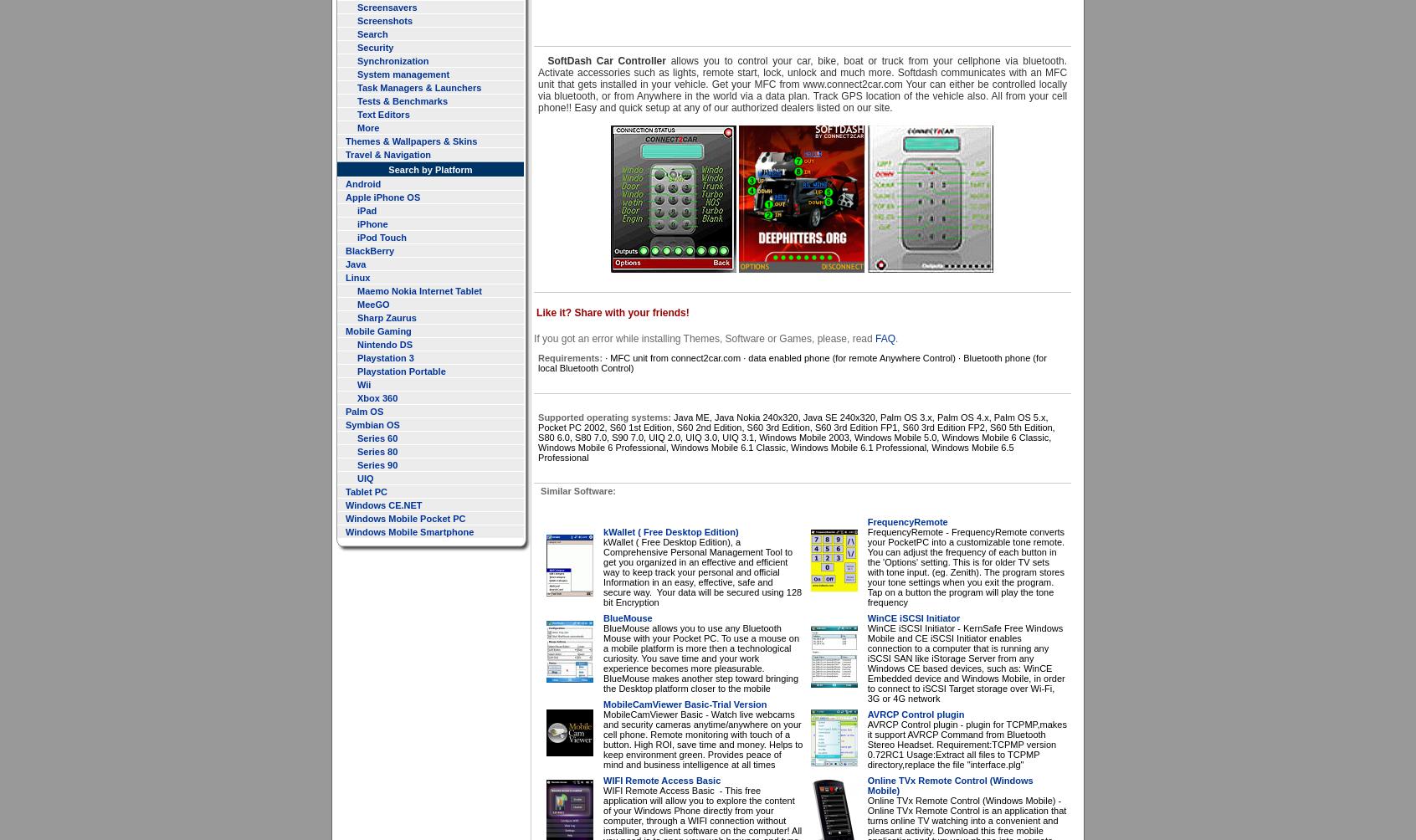 This screenshot has height=840, width=1416. Describe the element at coordinates (376, 396) in the screenshot. I see `'Xbox 360'` at that location.